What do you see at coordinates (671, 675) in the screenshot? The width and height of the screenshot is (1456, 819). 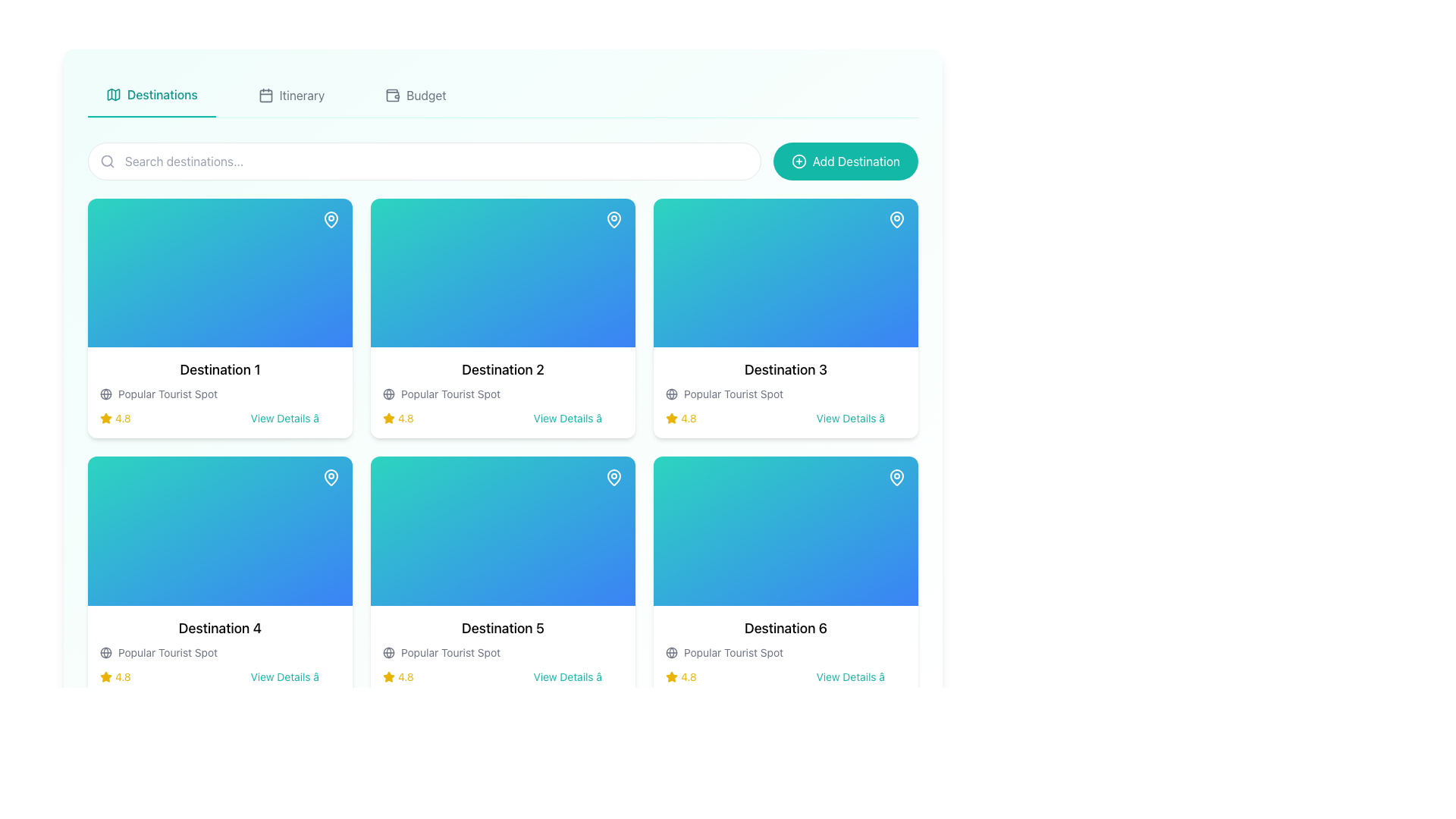 I see `the star icon that represents a rating of '4.8' for the associated destination, located in the last card of the second row in the grid layout` at bounding box center [671, 675].